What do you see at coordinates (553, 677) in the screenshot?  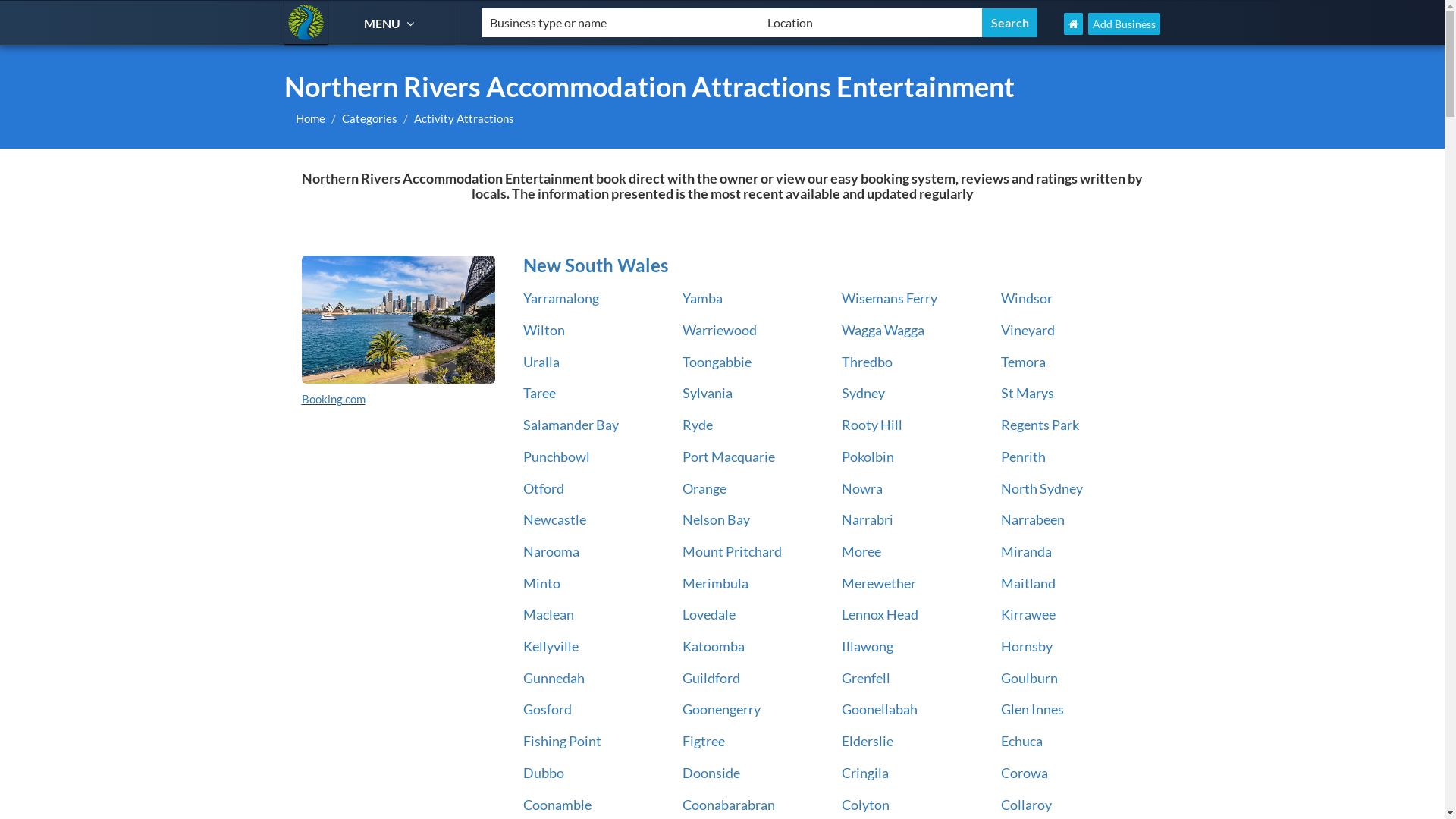 I see `'Gunnedah'` at bounding box center [553, 677].